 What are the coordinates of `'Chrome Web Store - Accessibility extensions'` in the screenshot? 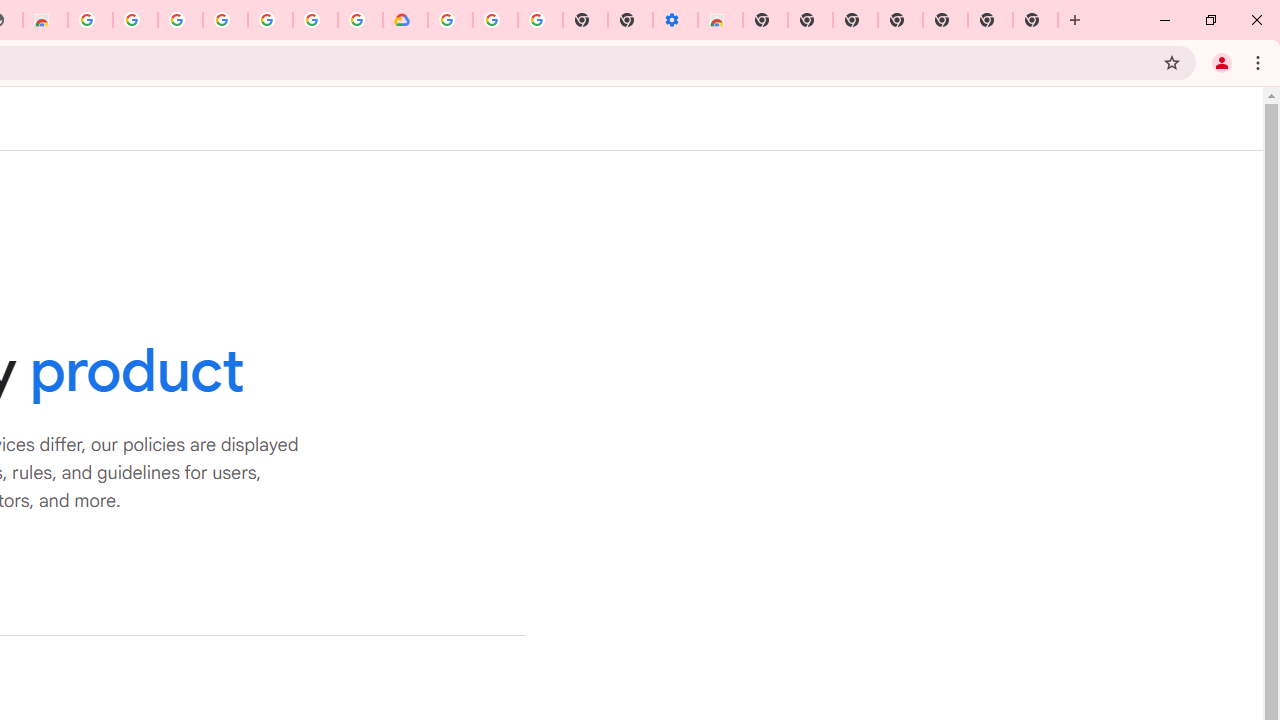 It's located at (720, 20).